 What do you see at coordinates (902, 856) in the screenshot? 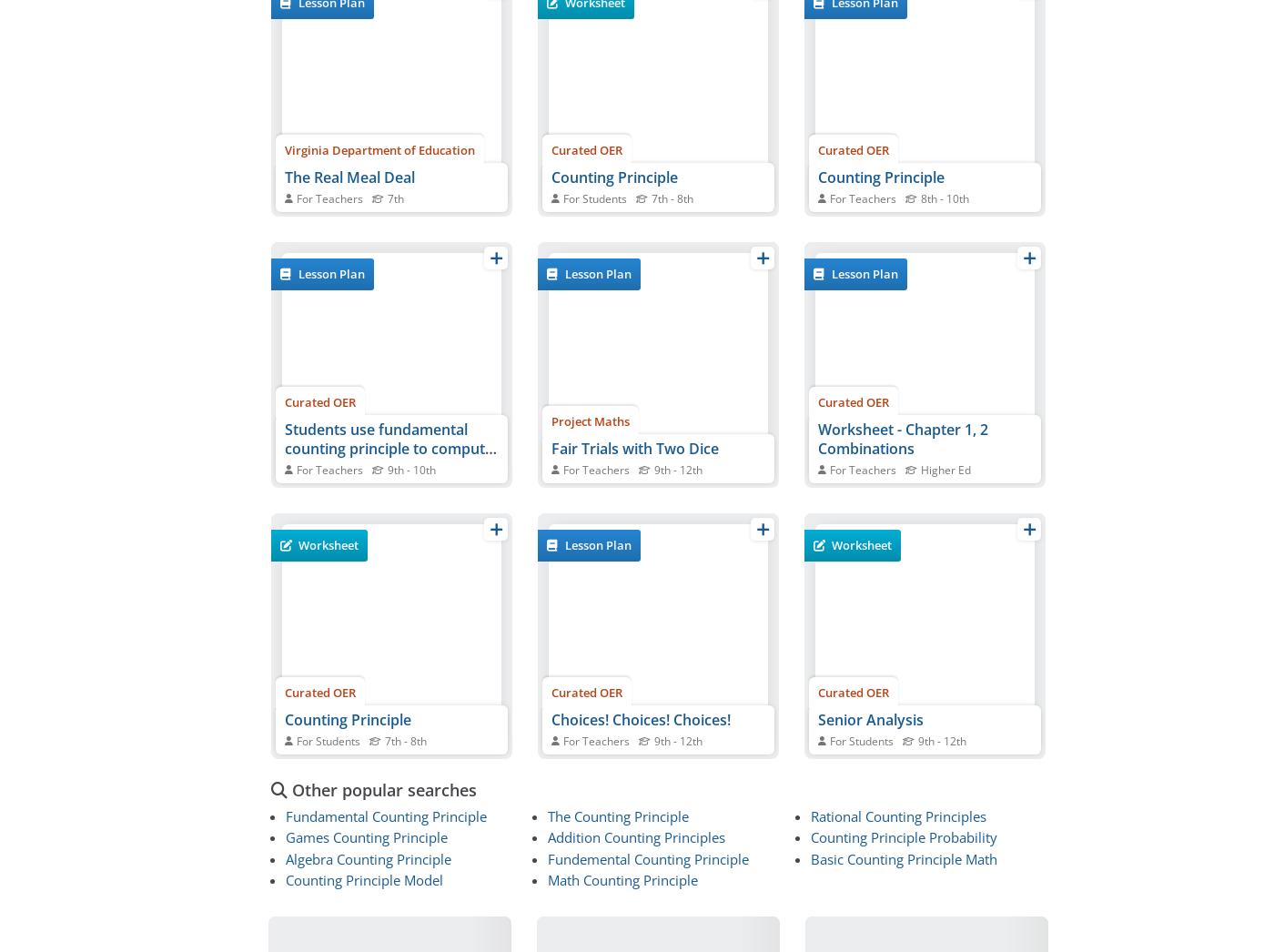
I see `'Basic Counting Principle Math'` at bounding box center [902, 856].